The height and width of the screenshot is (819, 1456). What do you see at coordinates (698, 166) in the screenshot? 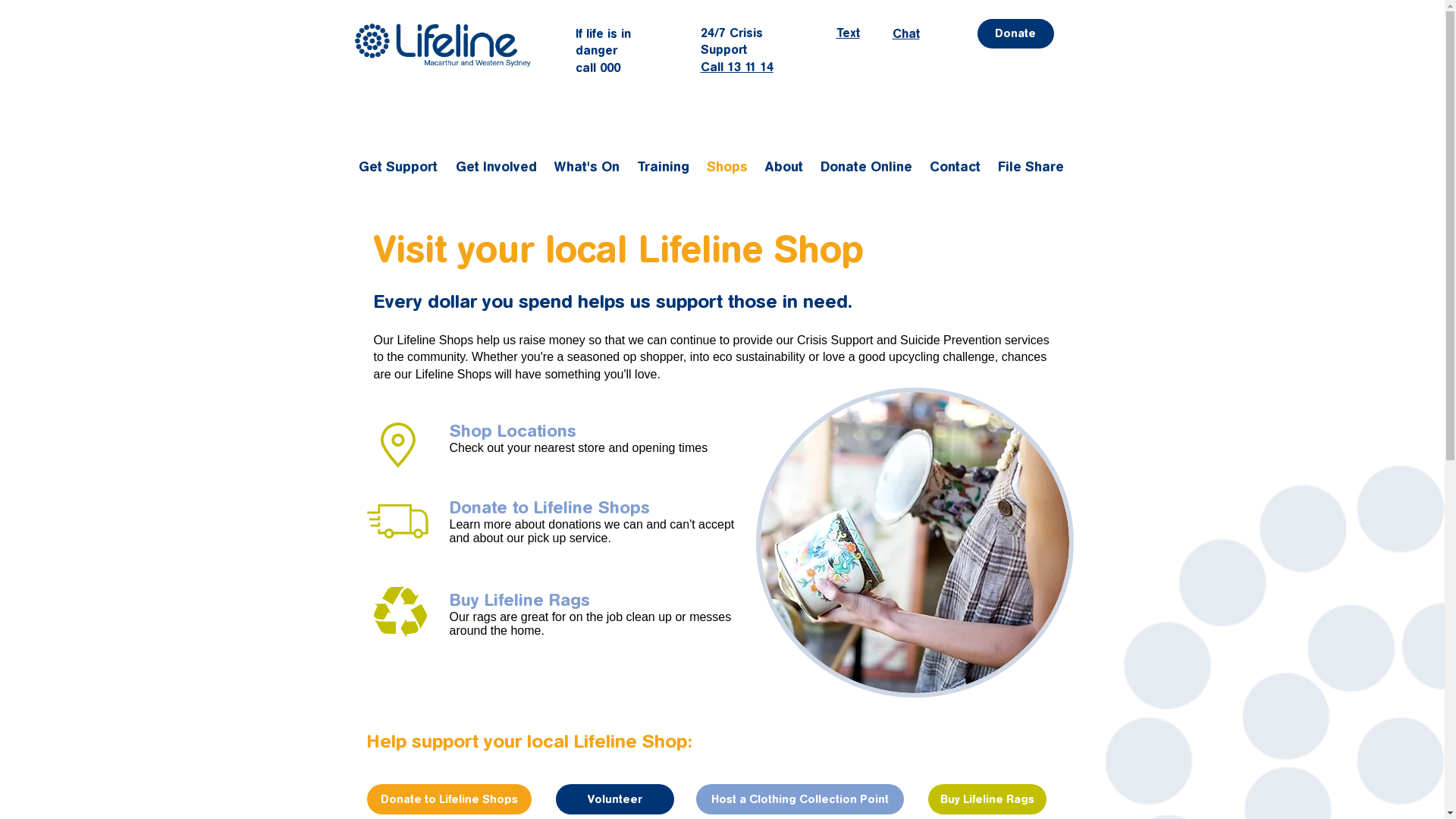
I see `'Shops'` at bounding box center [698, 166].